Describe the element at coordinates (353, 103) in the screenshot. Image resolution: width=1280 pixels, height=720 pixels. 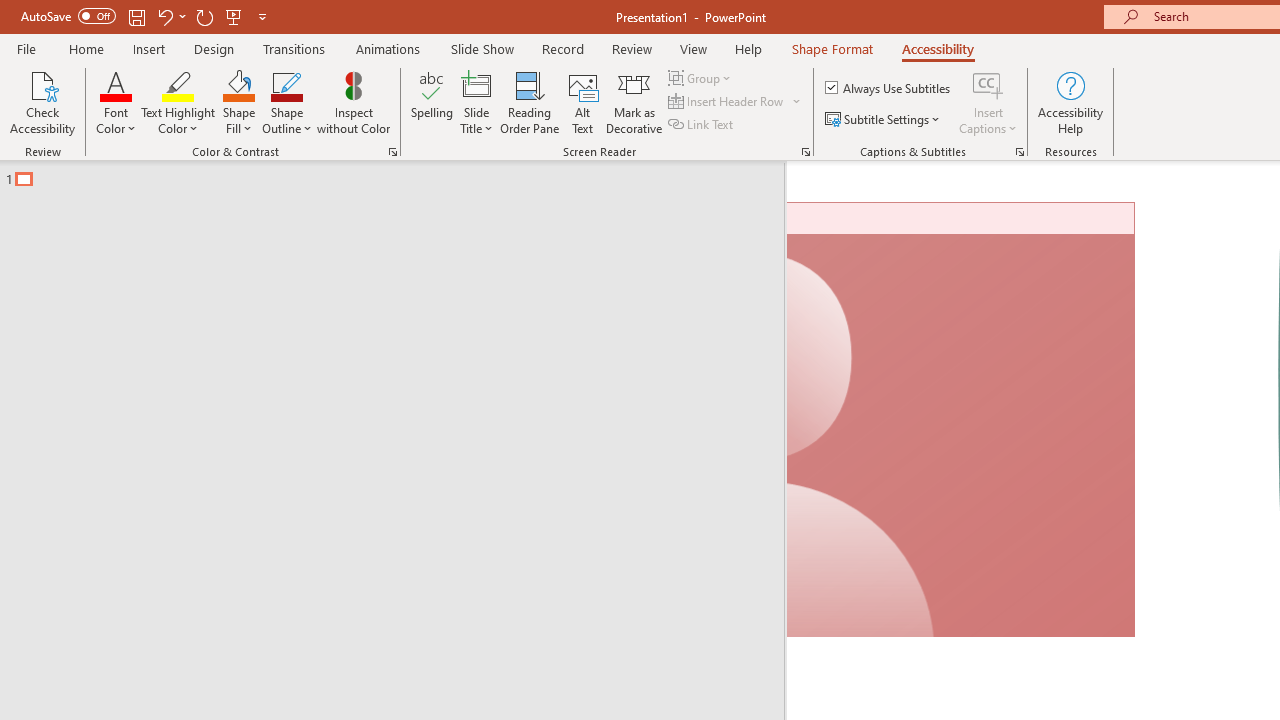
I see `'Inspect without Color'` at that location.